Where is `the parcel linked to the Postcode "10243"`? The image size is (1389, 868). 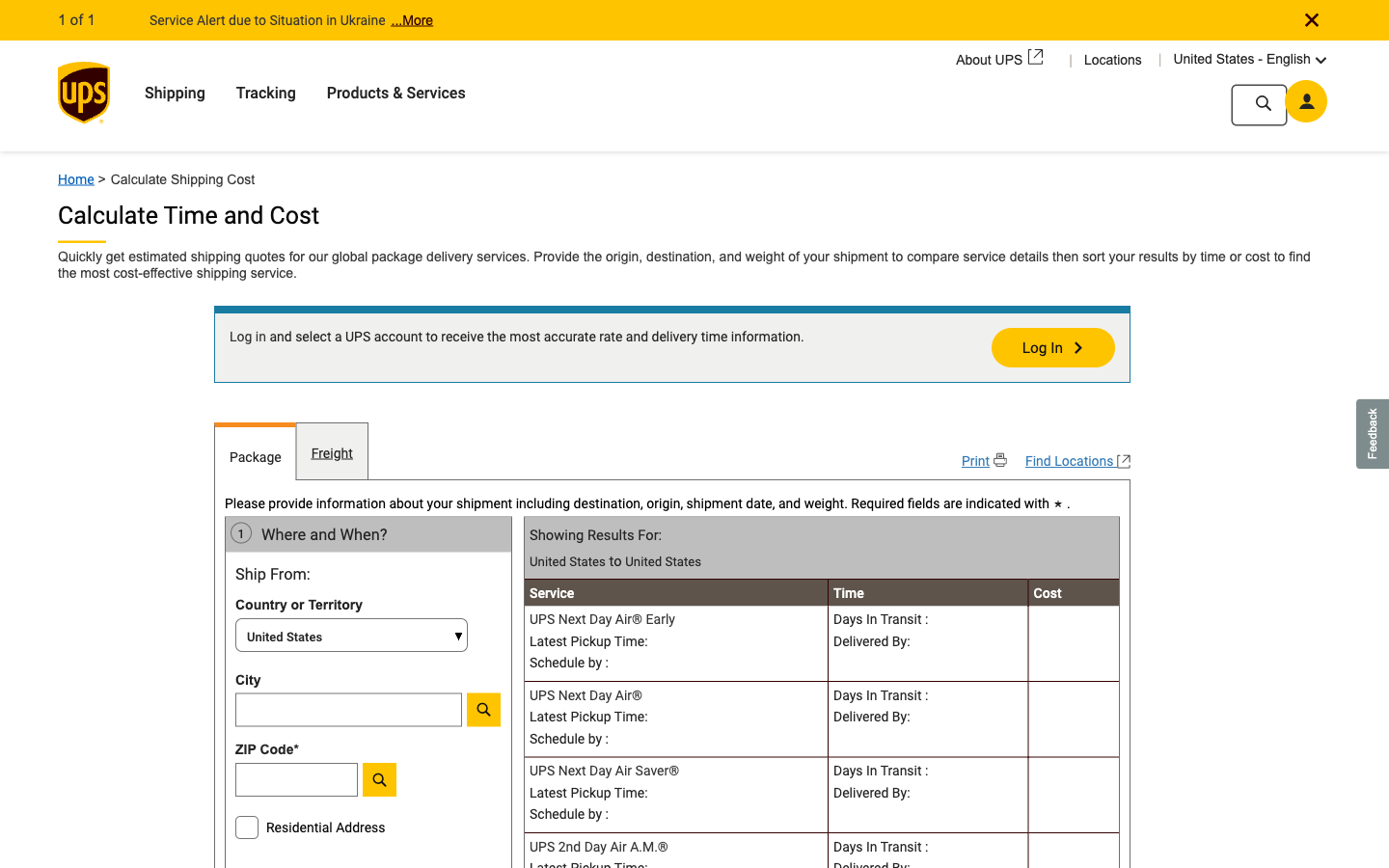 the parcel linked to the Postcode "10243" is located at coordinates (347, 784).